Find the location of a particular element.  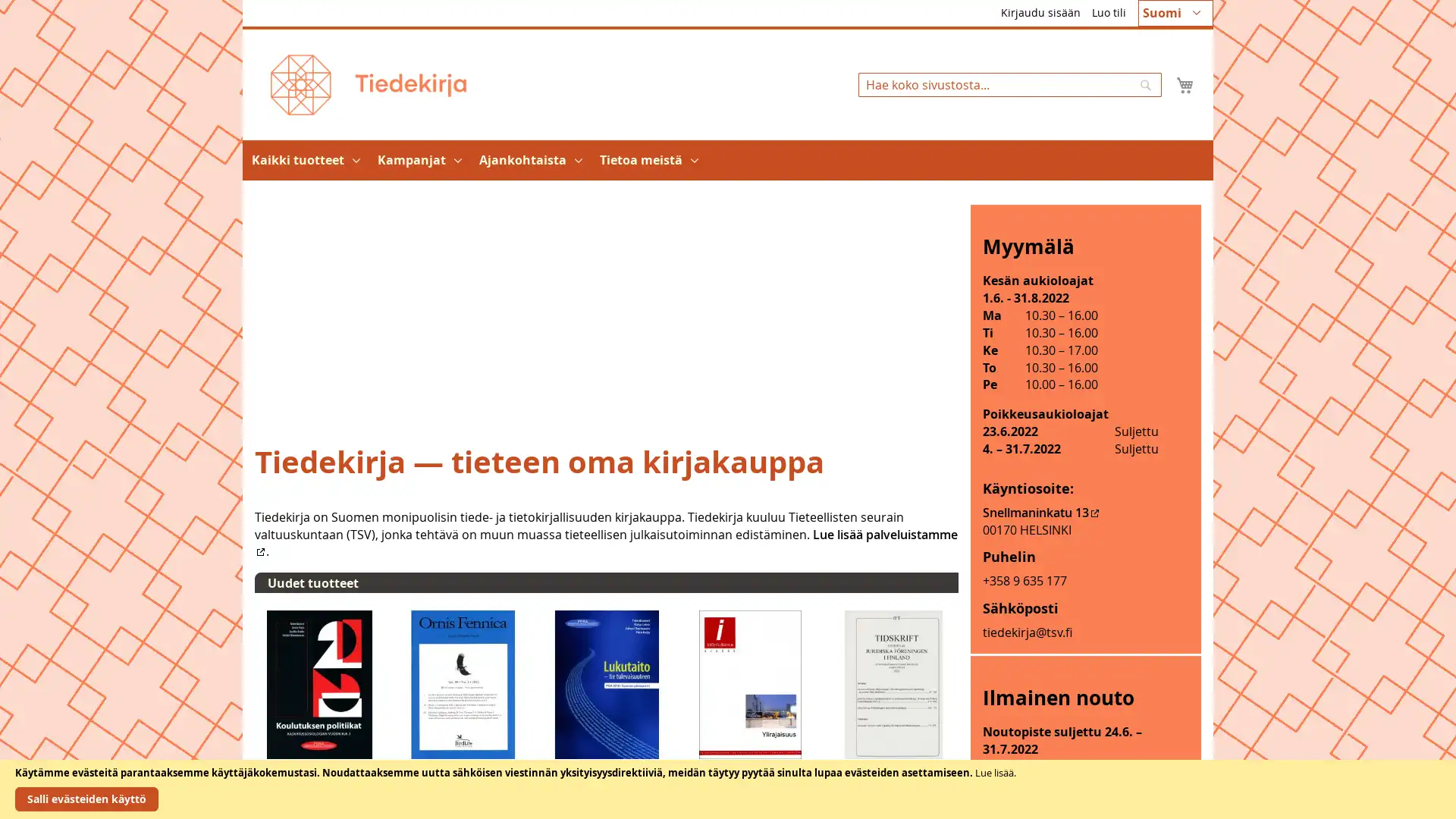

Salli evasteiden kaytto is located at coordinates (86, 798).